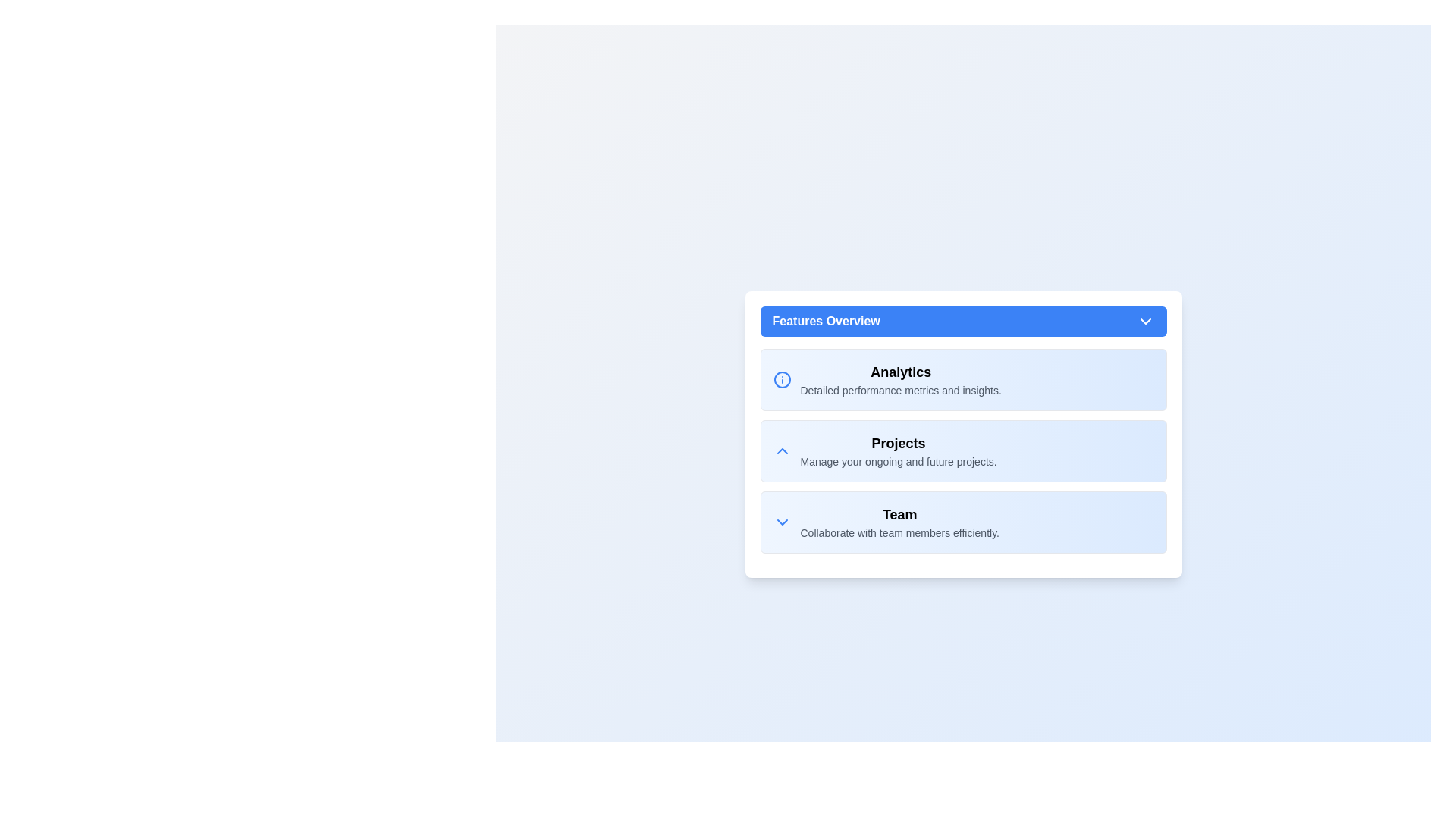 The height and width of the screenshot is (819, 1456). What do you see at coordinates (962, 450) in the screenshot?
I see `the feature summary button located beneath the 'Analytics' option and above the 'Team' option` at bounding box center [962, 450].